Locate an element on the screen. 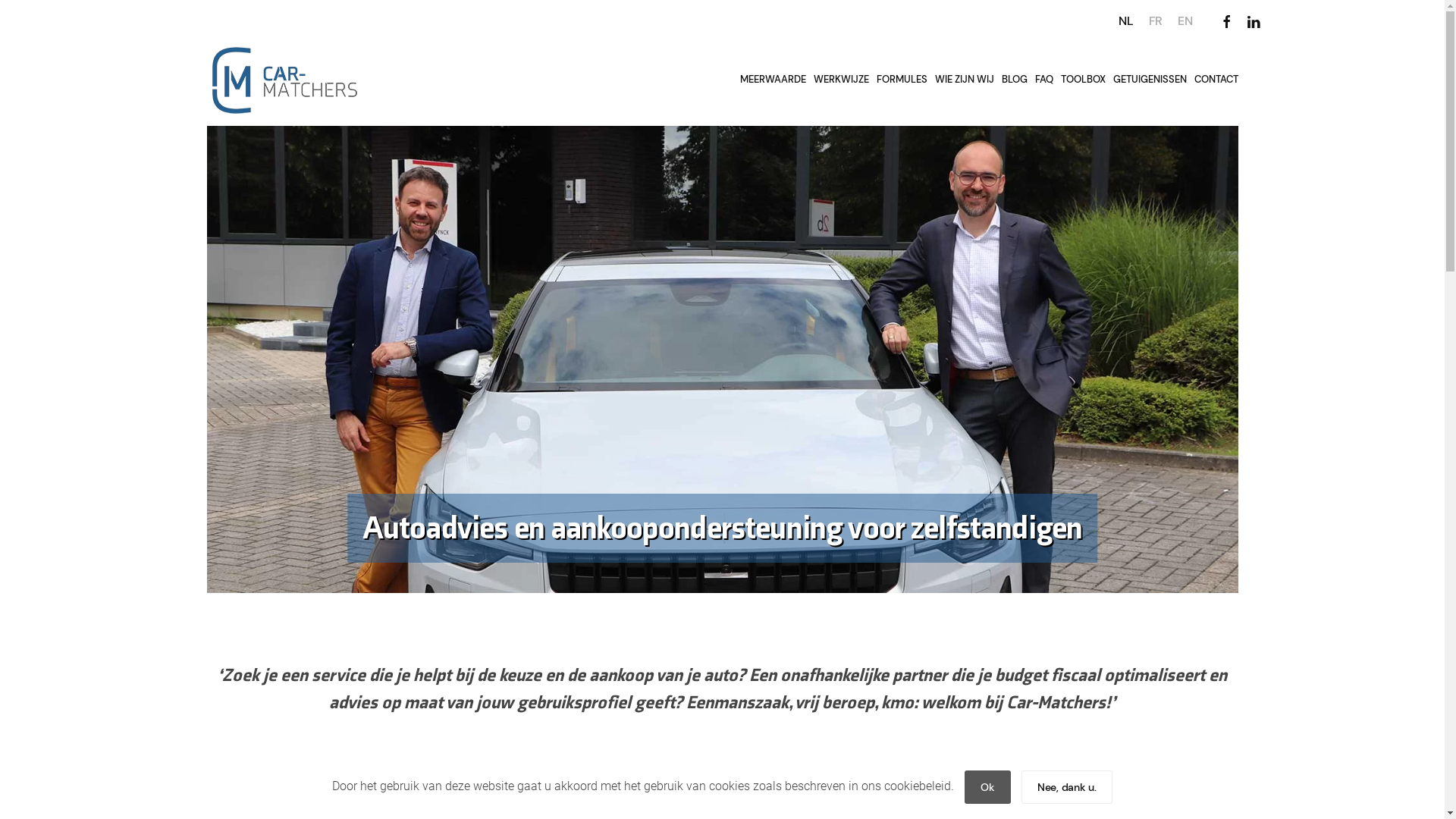 The image size is (1456, 819). 'Ok' is located at coordinates (987, 786).